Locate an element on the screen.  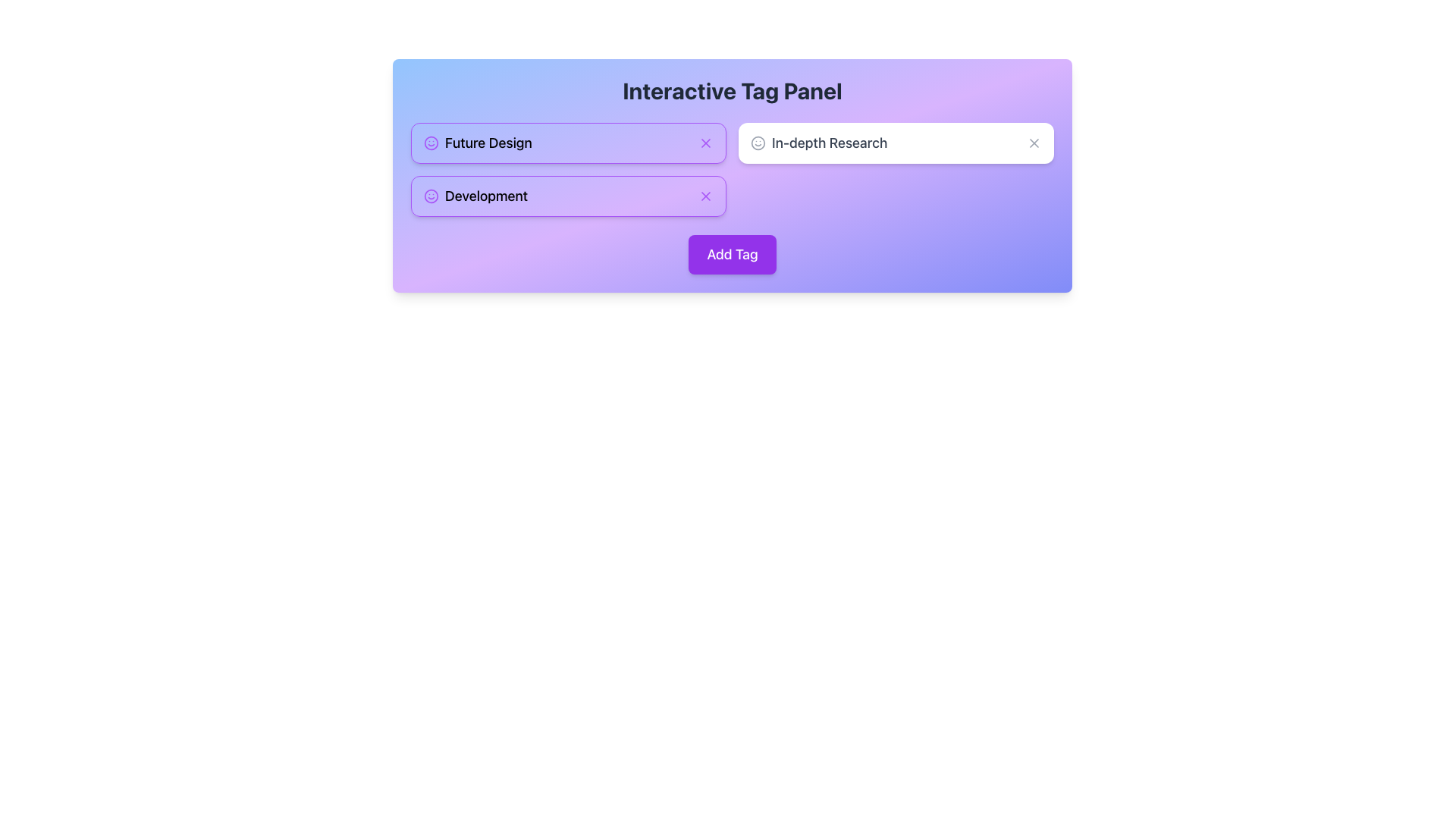
the rectangular button with a purple background and white text saying 'Add Tag', located at the center-bottom of the 'Interactive Tag Panel' is located at coordinates (732, 253).